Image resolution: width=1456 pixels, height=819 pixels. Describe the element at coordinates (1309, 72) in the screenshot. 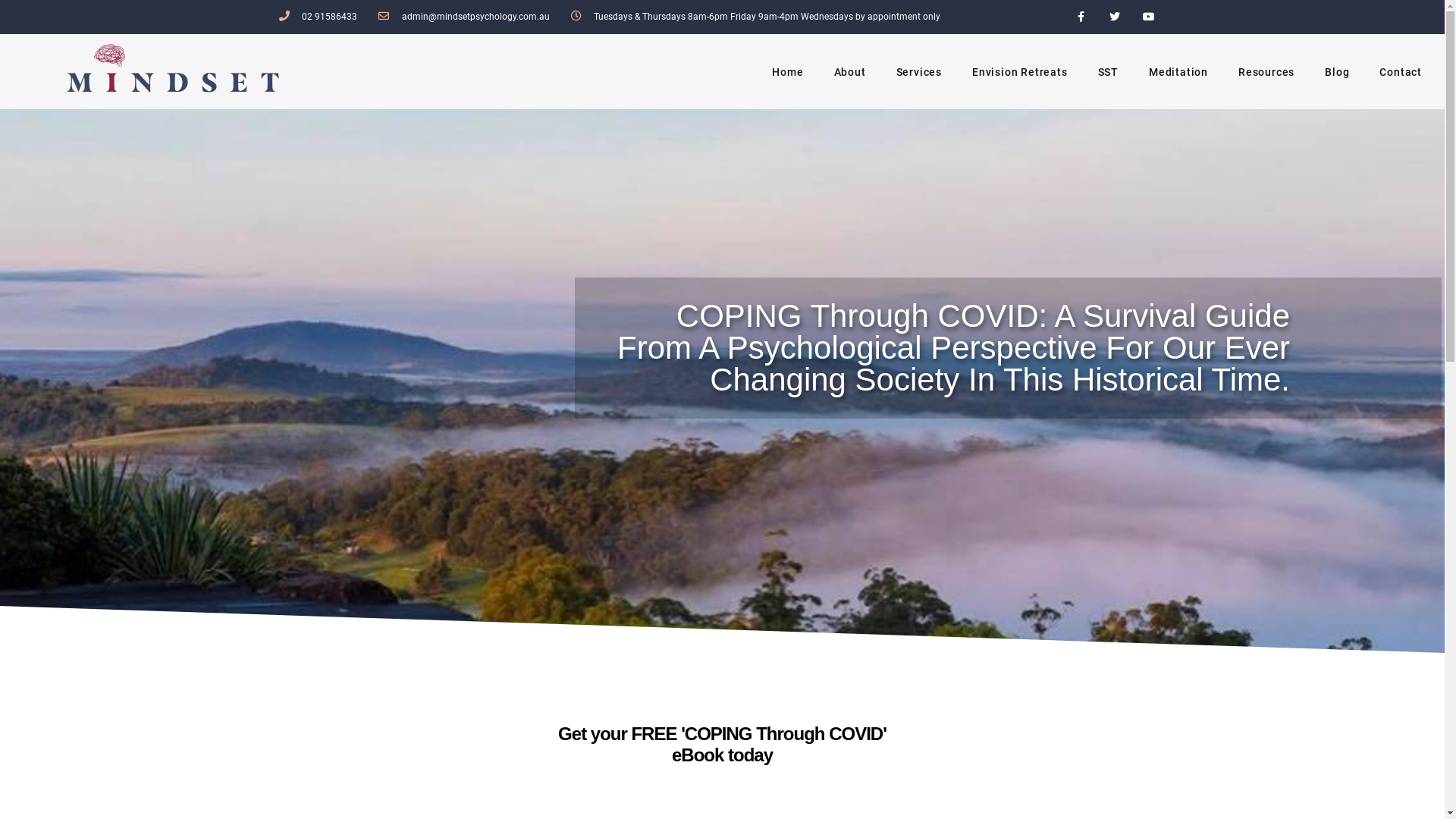

I see `'Blog'` at that location.